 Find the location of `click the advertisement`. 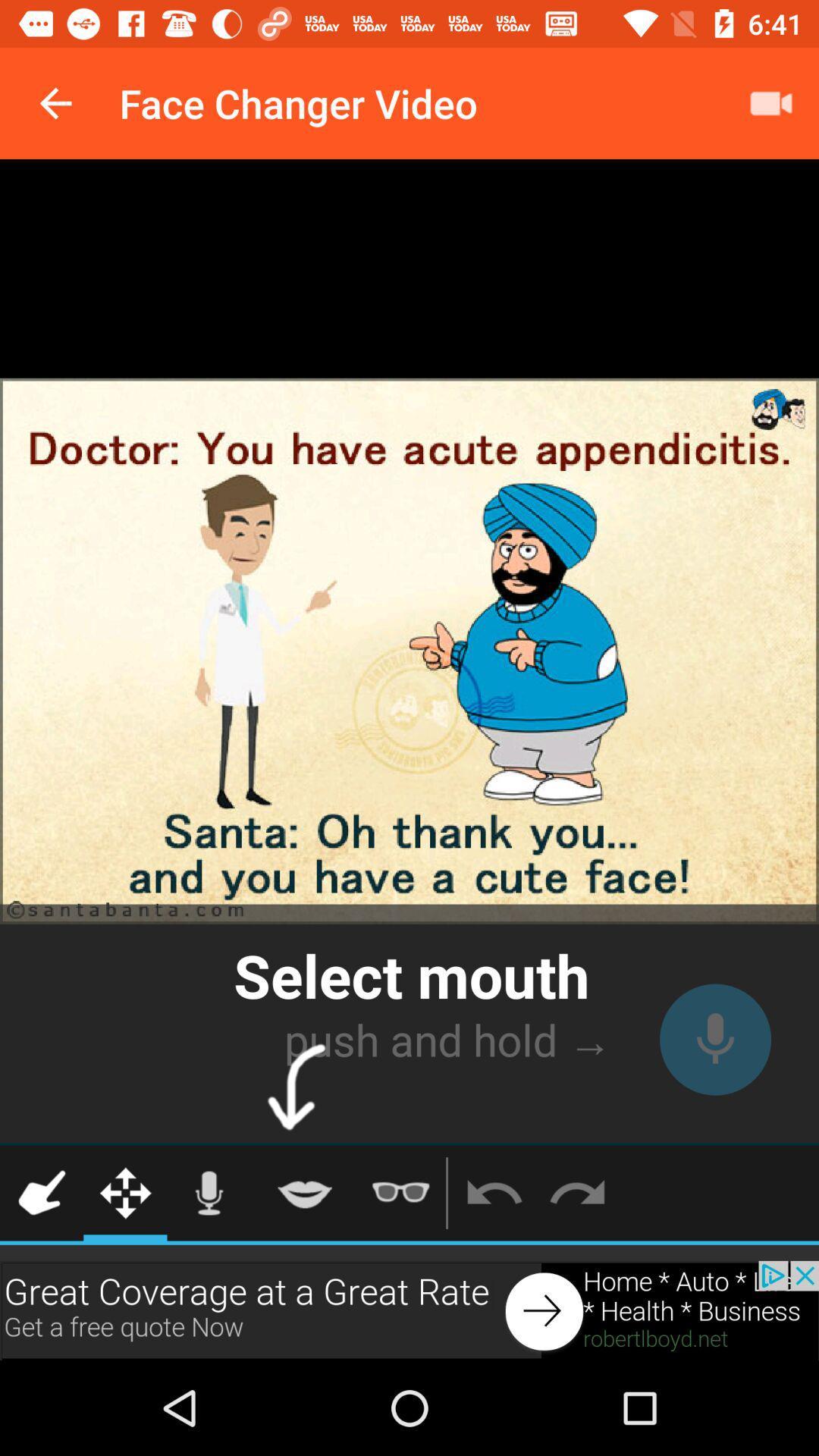

click the advertisement is located at coordinates (409, 1310).